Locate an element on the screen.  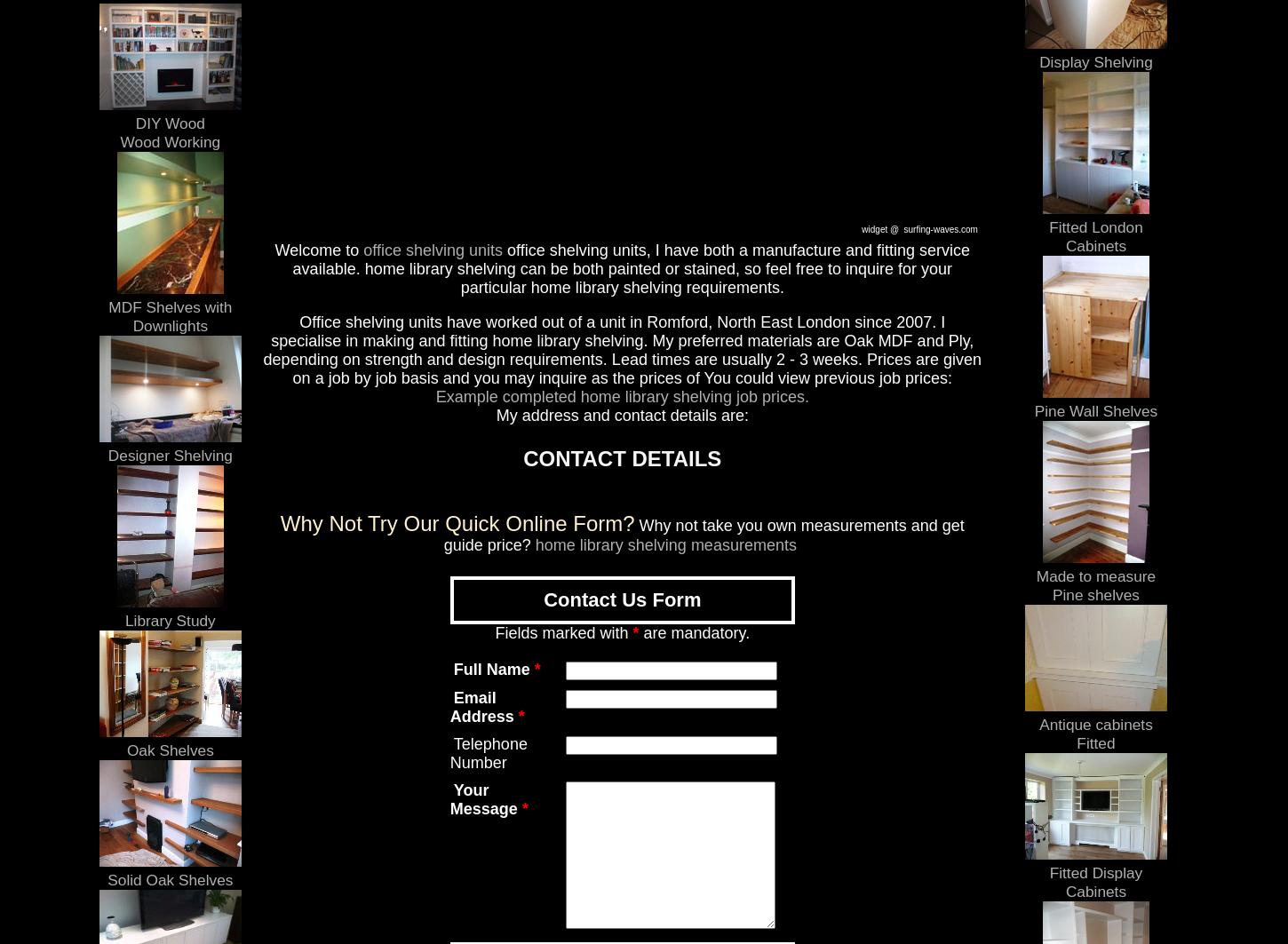
'Made to measure' is located at coordinates (1034, 575).